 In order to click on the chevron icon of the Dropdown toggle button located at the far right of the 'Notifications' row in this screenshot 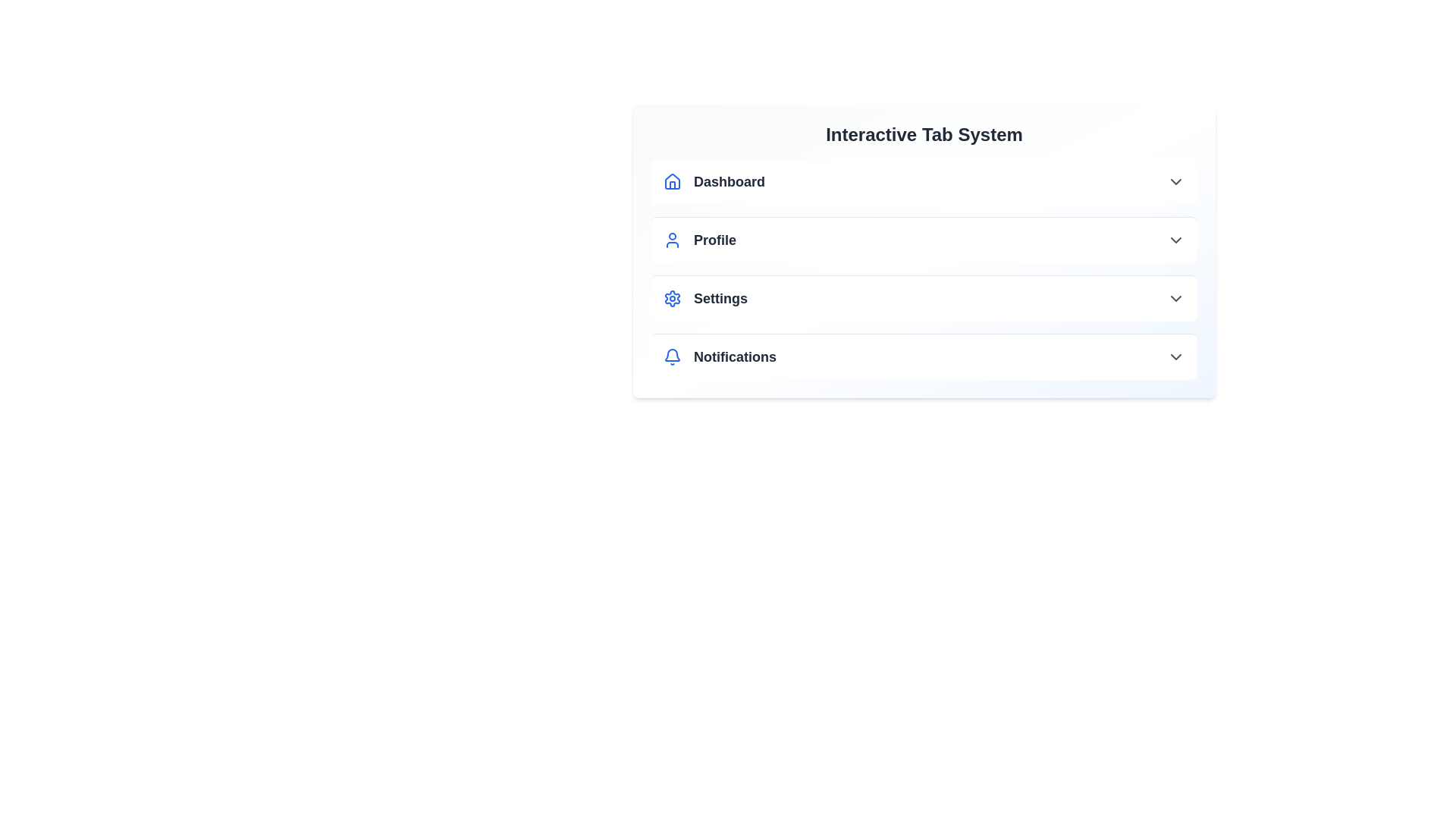, I will do `click(1175, 356)`.